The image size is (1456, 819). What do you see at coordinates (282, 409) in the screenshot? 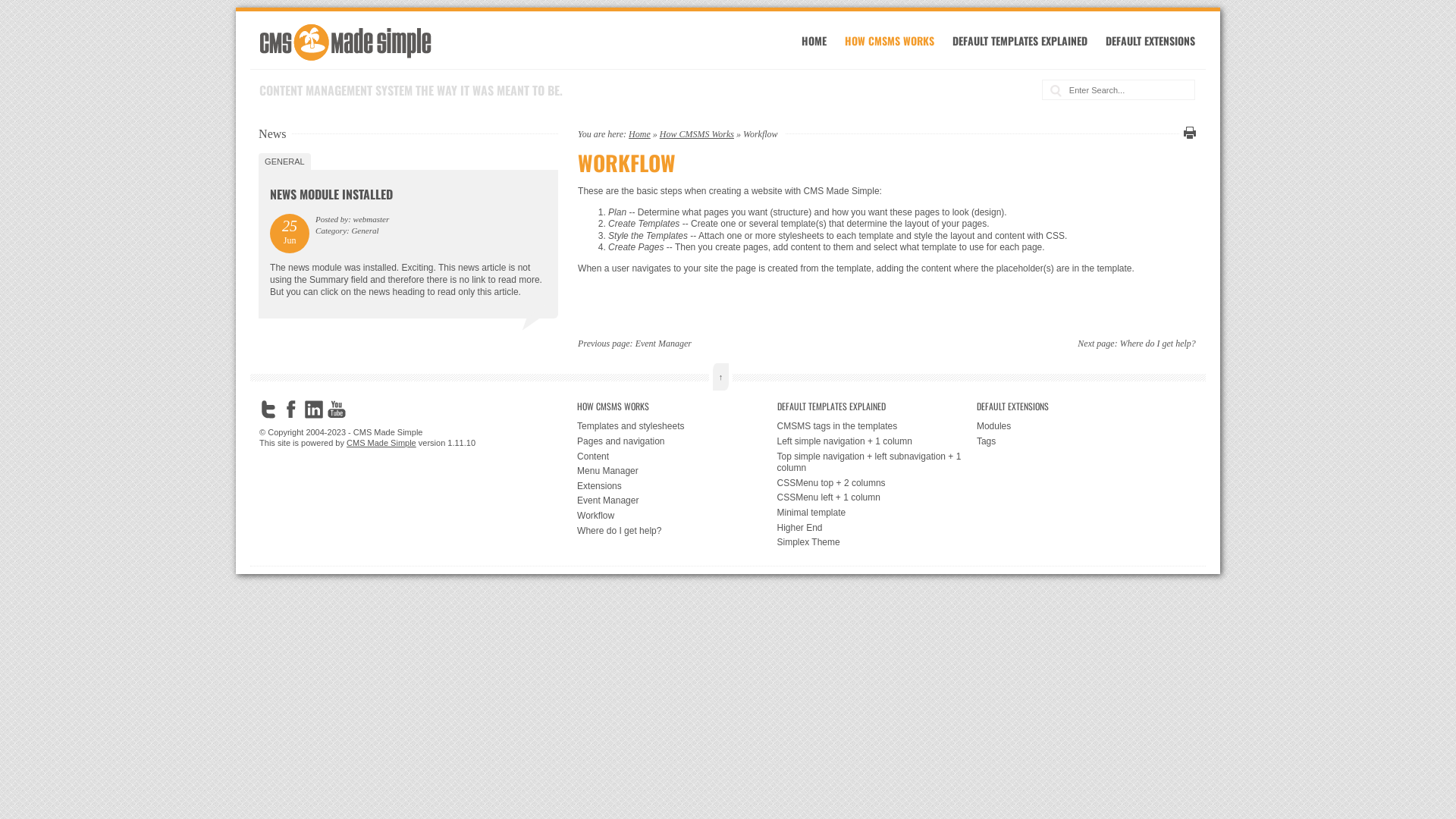
I see `'Facebook'` at bounding box center [282, 409].